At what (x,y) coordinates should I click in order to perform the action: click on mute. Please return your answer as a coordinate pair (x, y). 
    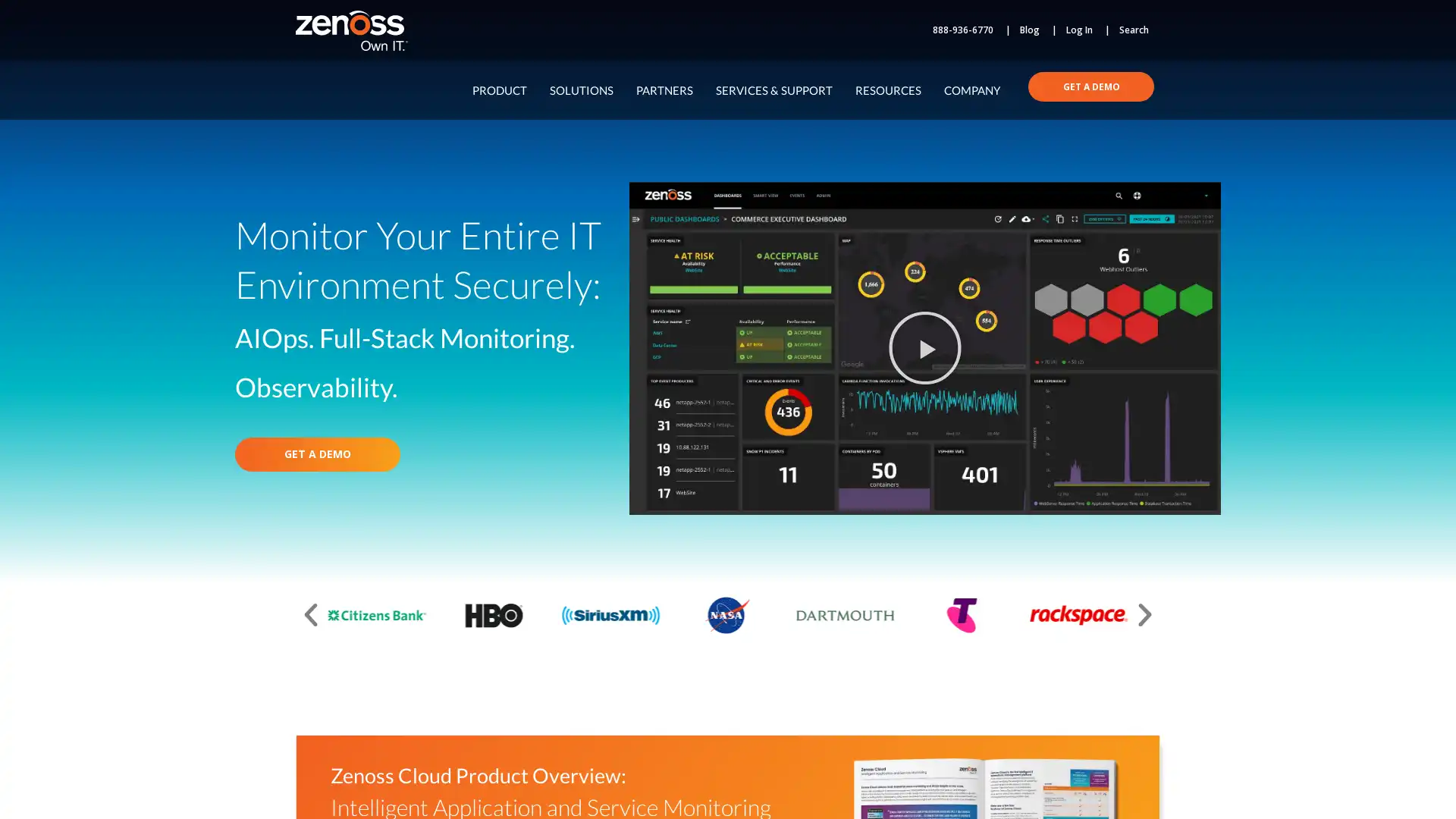
    Looking at the image, I should click on (1129, 441).